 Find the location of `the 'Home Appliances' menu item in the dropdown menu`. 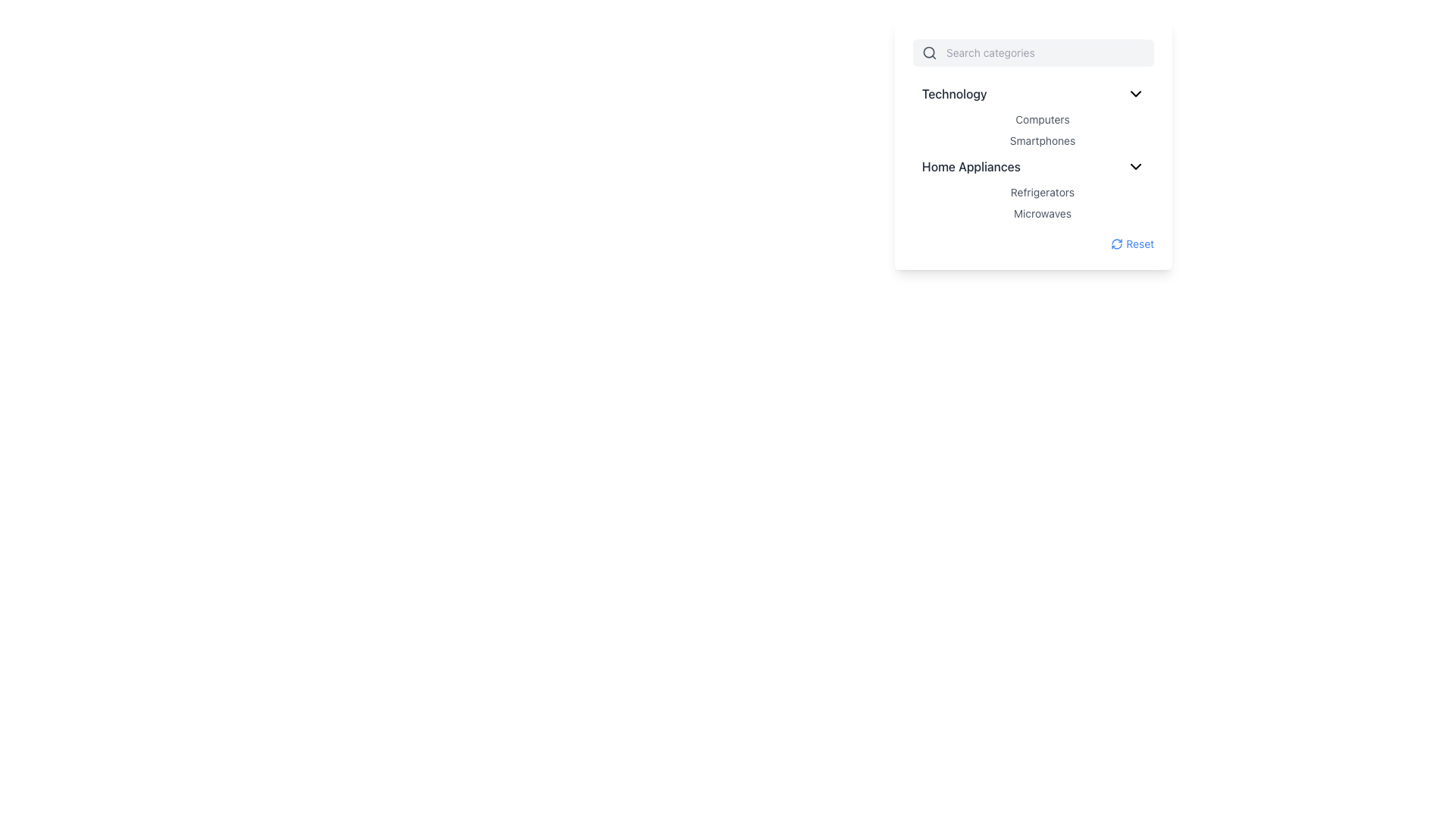

the 'Home Appliances' menu item in the dropdown menu is located at coordinates (1033, 166).